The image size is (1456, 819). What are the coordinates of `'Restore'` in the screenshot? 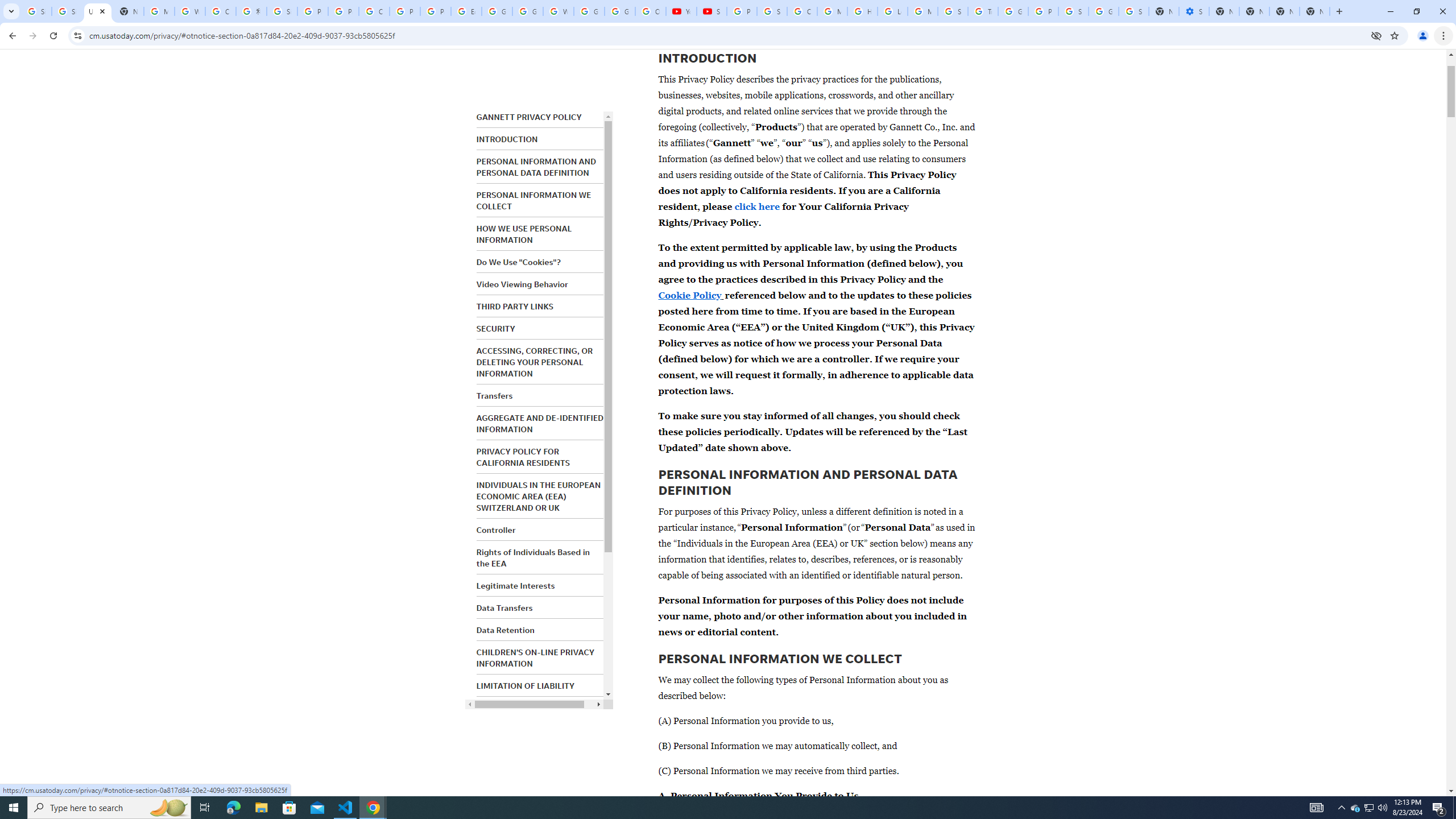 It's located at (1416, 11).